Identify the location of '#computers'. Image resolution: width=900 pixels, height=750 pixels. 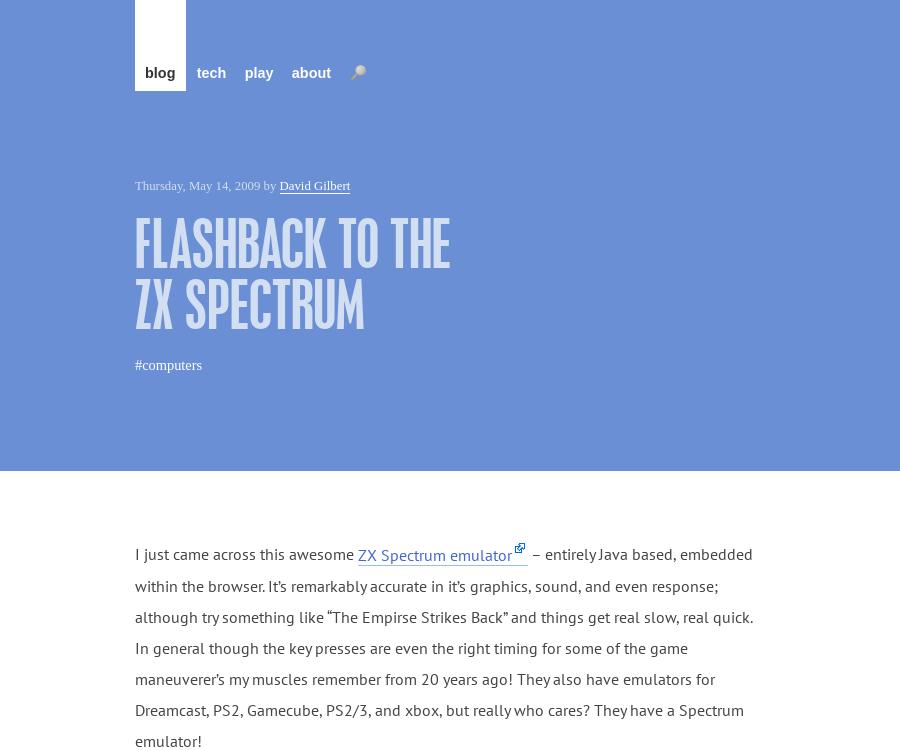
(168, 364).